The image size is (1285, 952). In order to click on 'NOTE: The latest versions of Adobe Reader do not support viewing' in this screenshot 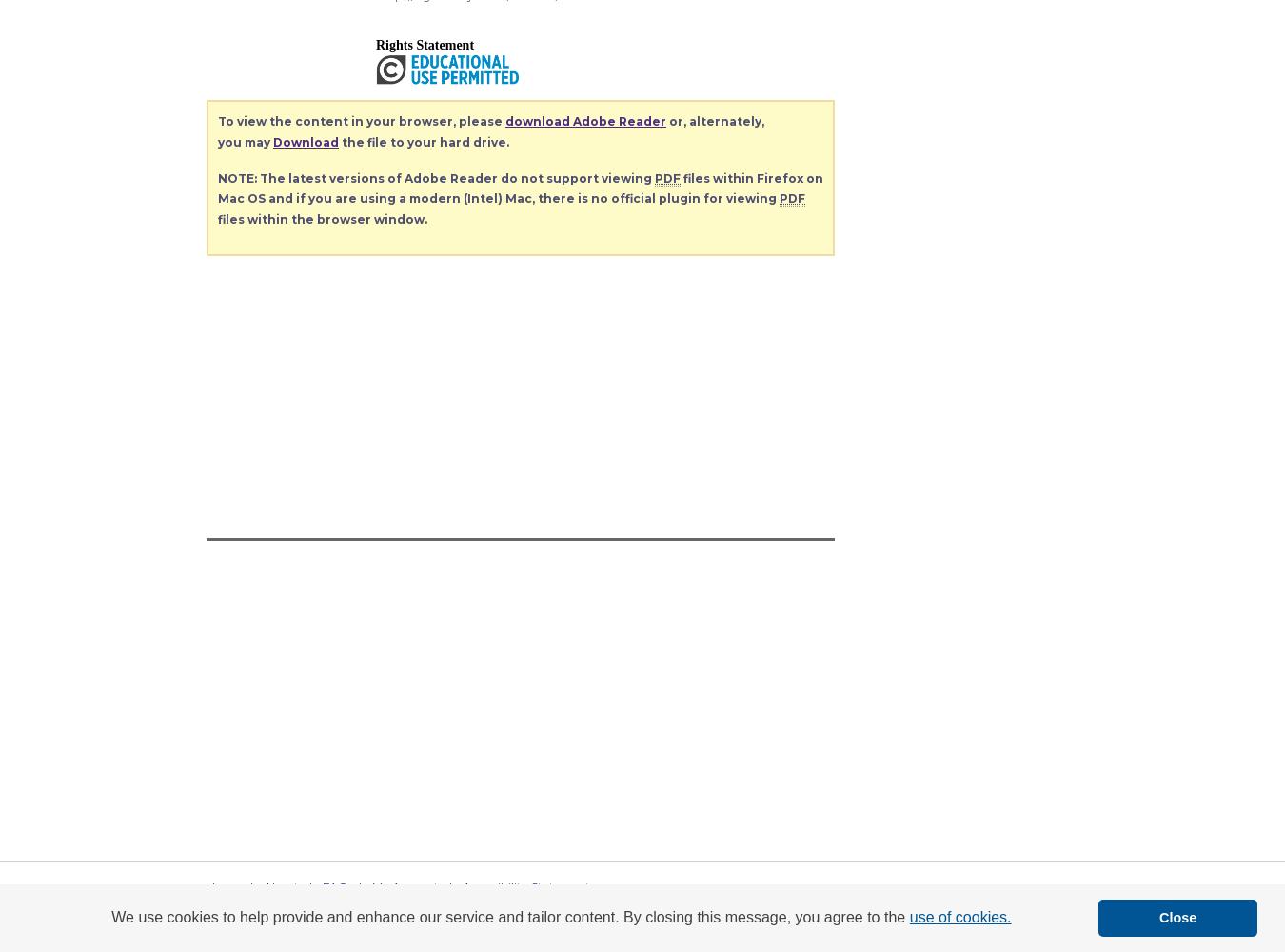, I will do `click(435, 177)`.